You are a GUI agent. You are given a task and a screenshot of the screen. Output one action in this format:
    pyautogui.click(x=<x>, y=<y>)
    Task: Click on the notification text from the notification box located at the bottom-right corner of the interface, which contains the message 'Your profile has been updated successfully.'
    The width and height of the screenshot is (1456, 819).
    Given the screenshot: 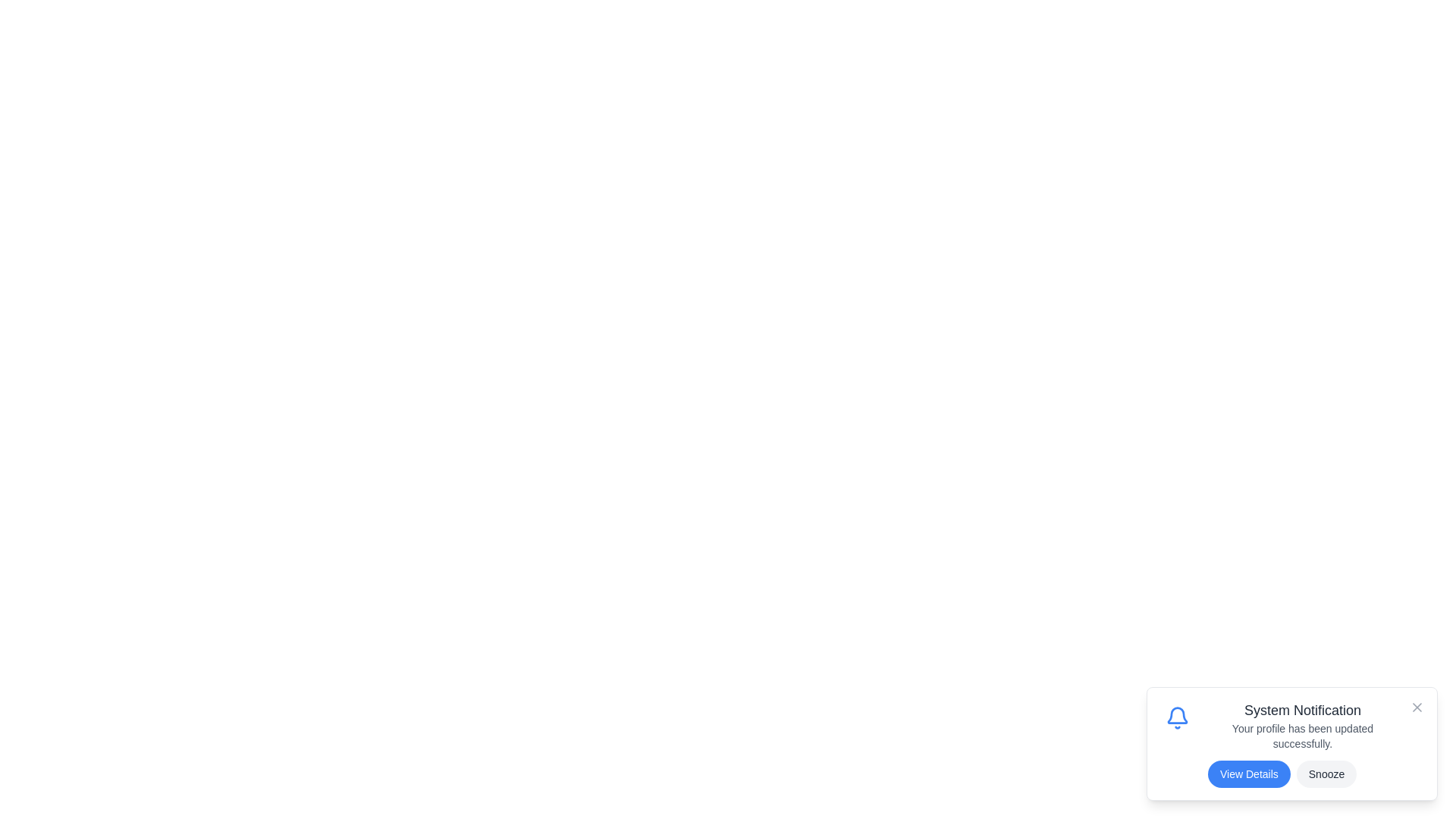 What is the action you would take?
    pyautogui.click(x=1291, y=742)
    